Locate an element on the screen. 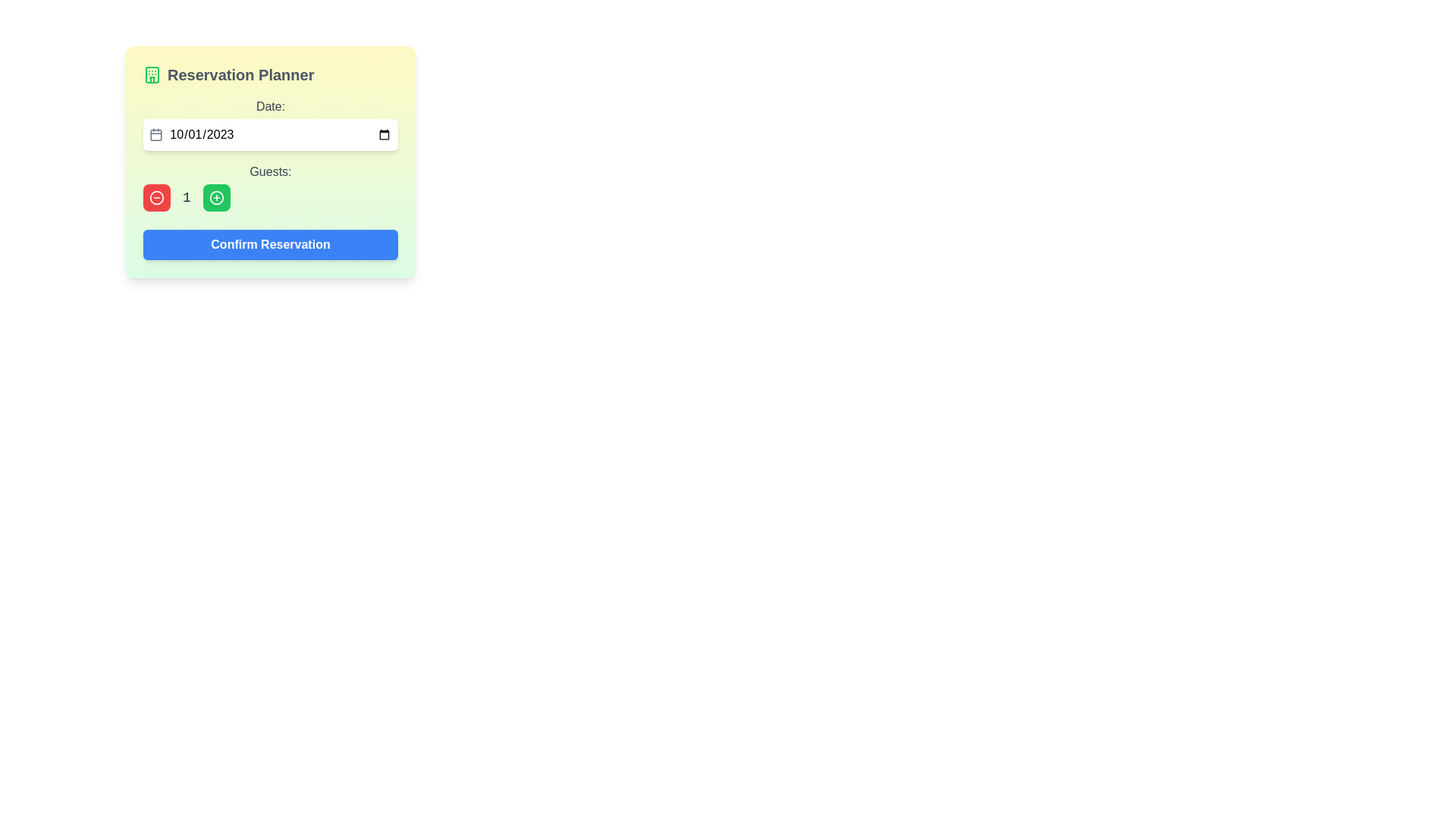 The height and width of the screenshot is (819, 1456). the increment button of the content component used for adjusting the number of guests, located directly below the 'Date' section of the reservation form is located at coordinates (270, 186).